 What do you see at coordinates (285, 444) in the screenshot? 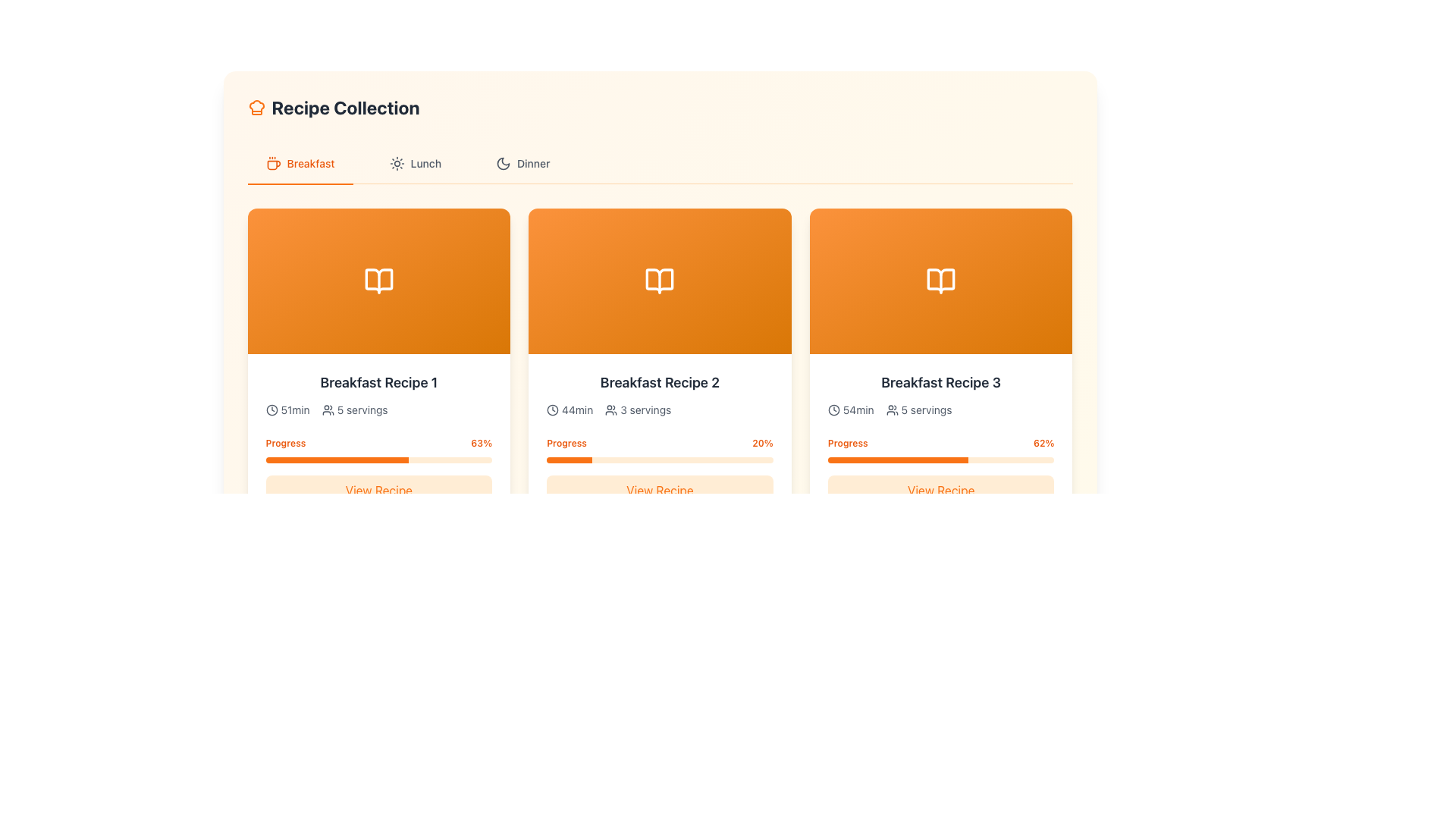
I see `the text label indicating the progress of 'Breakfast Recipe 1', which is positioned above the completion percentage progress bar` at bounding box center [285, 444].